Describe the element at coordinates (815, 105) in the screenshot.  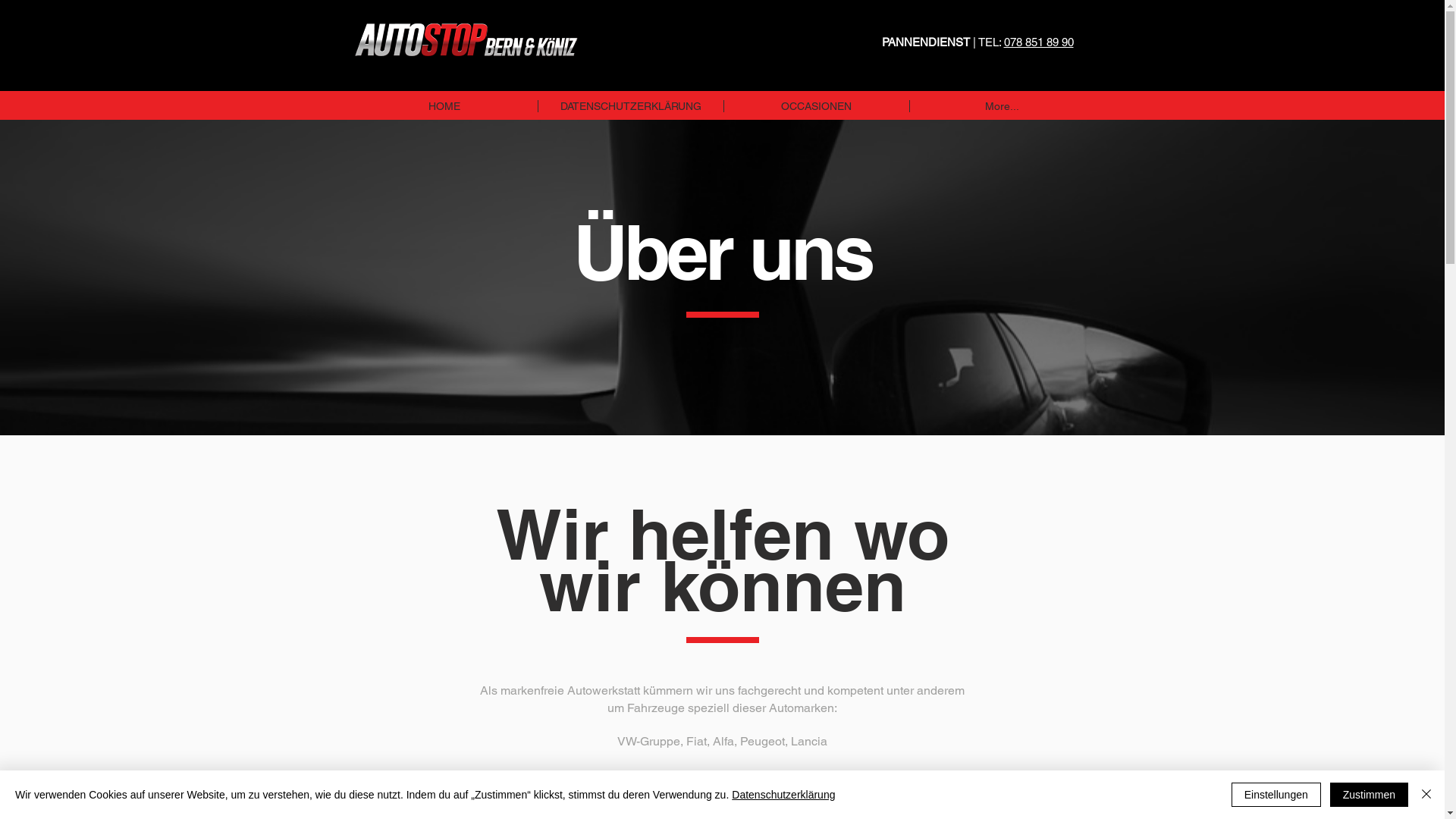
I see `'OCCASIONEN'` at that location.